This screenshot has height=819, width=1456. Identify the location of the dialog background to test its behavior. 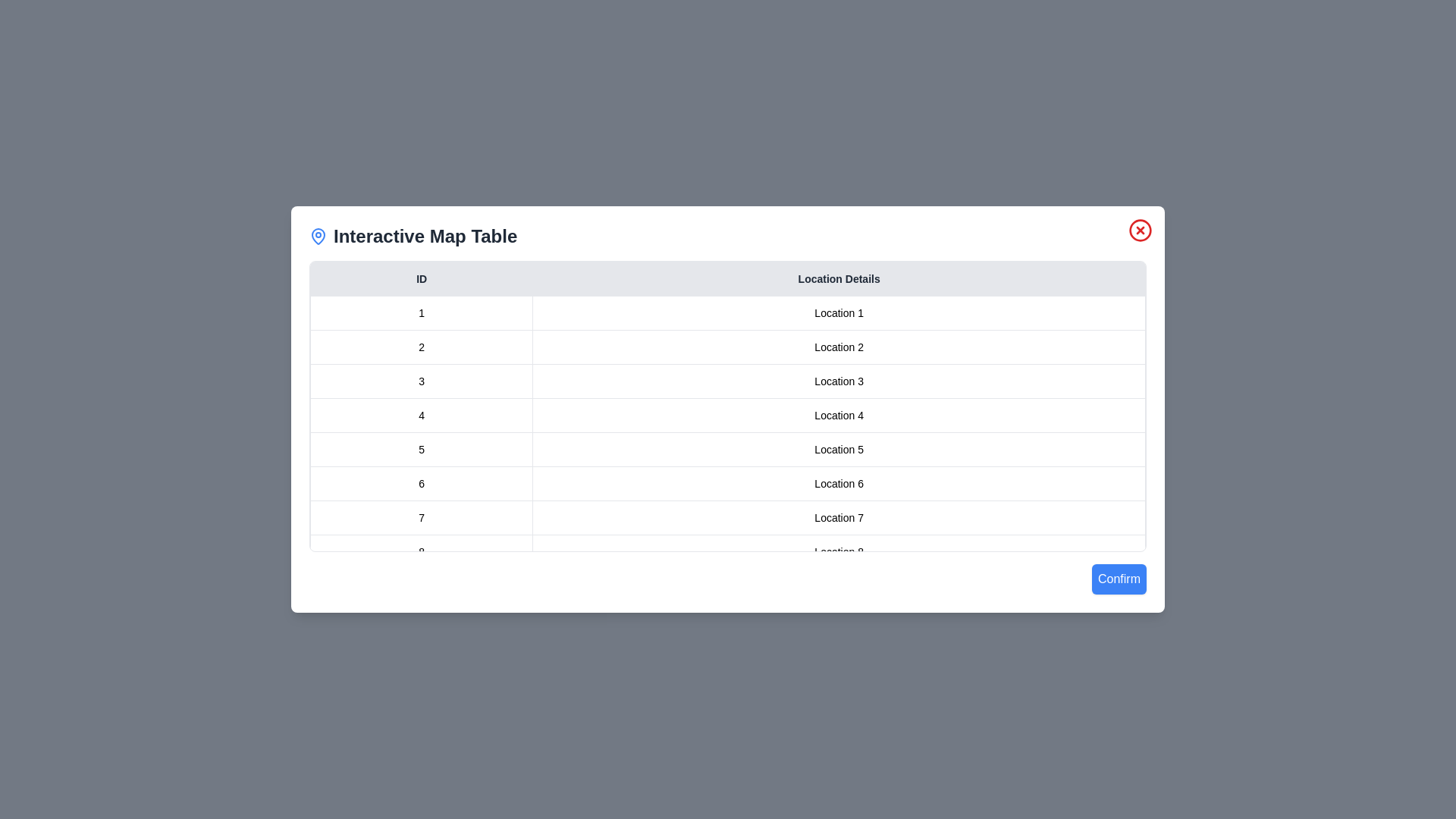
(728, 409).